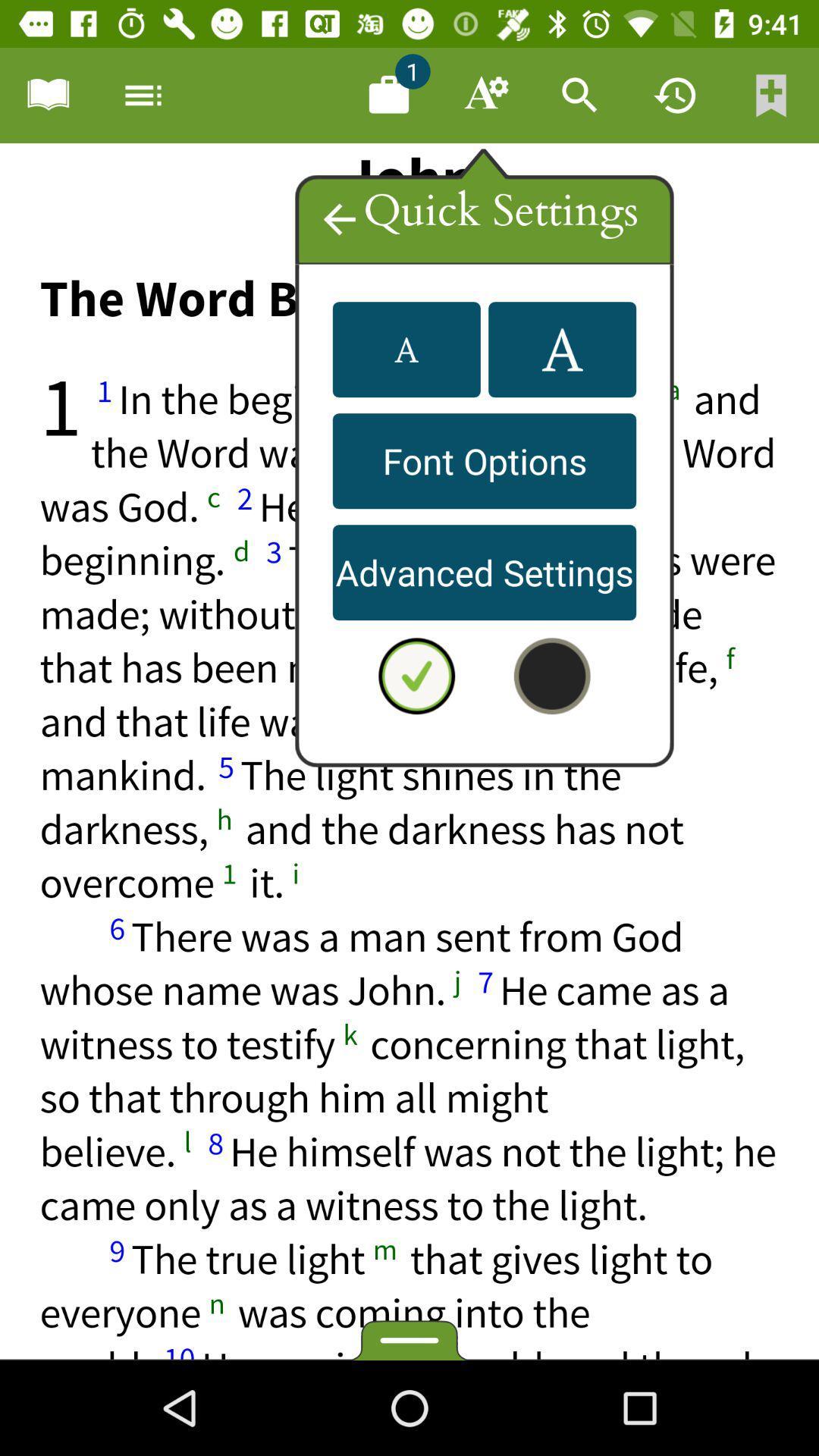 This screenshot has width=819, height=1456. Describe the element at coordinates (579, 94) in the screenshot. I see `search bar` at that location.